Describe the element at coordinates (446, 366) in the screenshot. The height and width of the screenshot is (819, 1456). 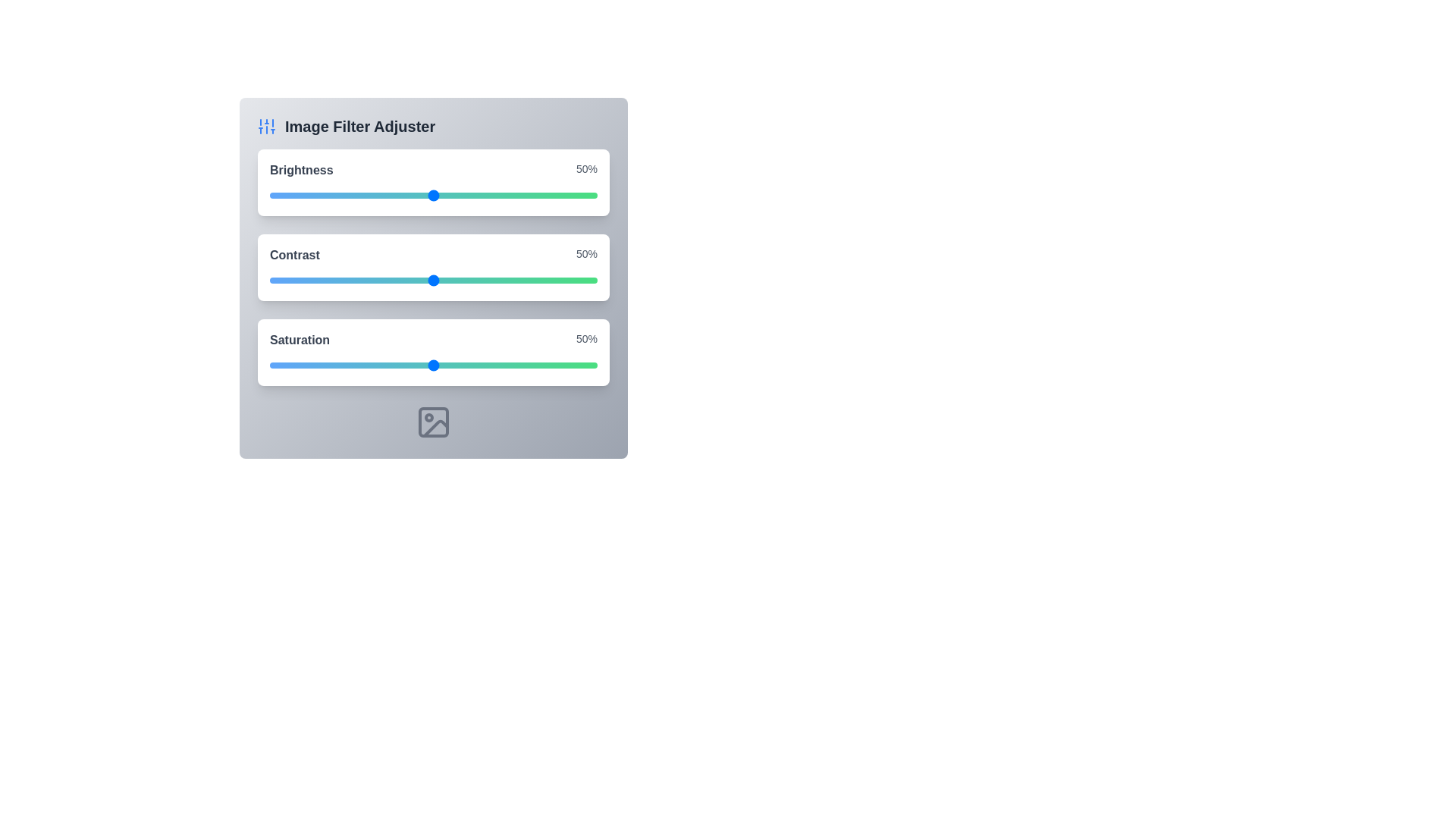
I see `the saturation slider to 54%` at that location.